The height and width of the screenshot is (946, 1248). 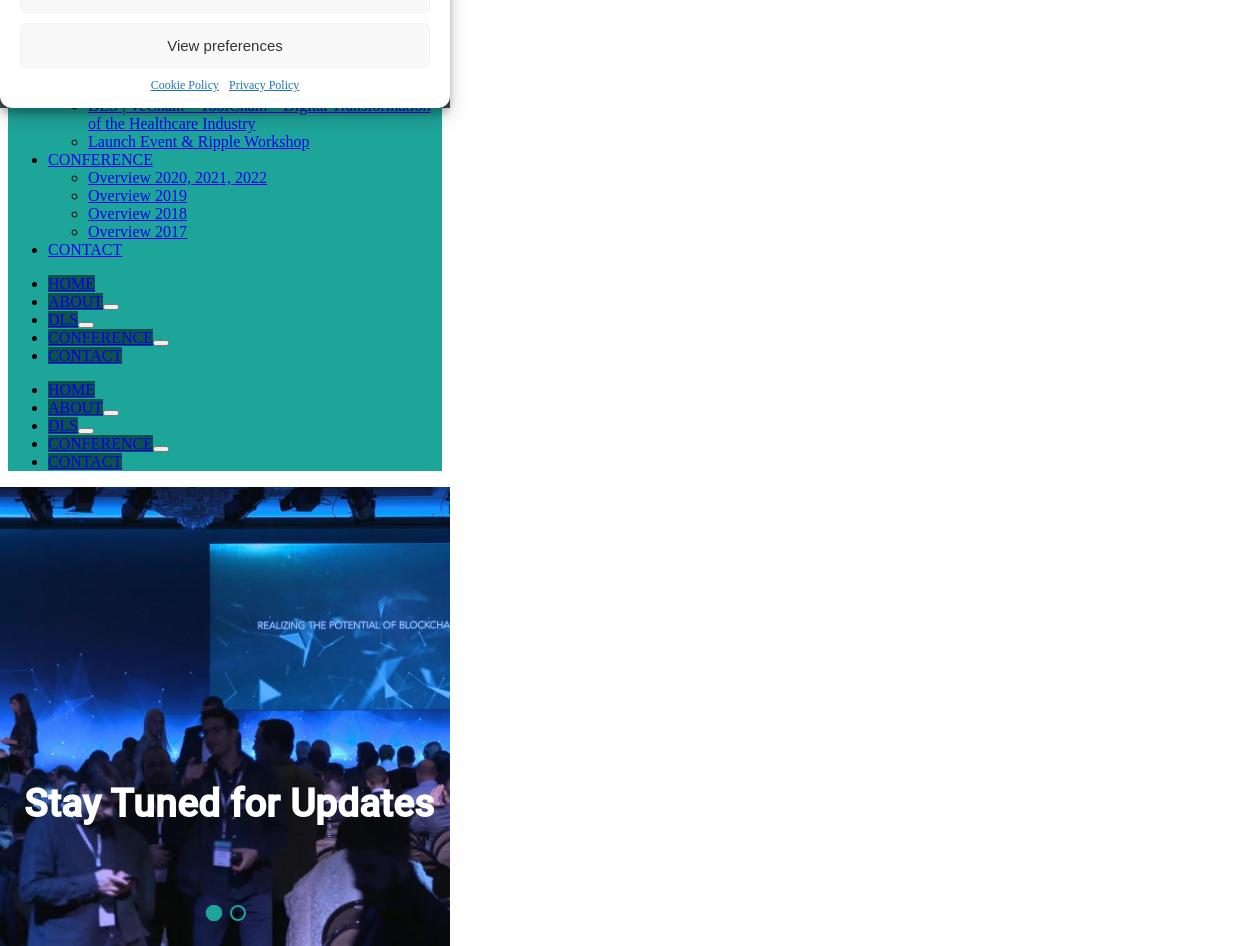 I want to click on 'Overview 2020, 2021, 2022', so click(x=176, y=176).